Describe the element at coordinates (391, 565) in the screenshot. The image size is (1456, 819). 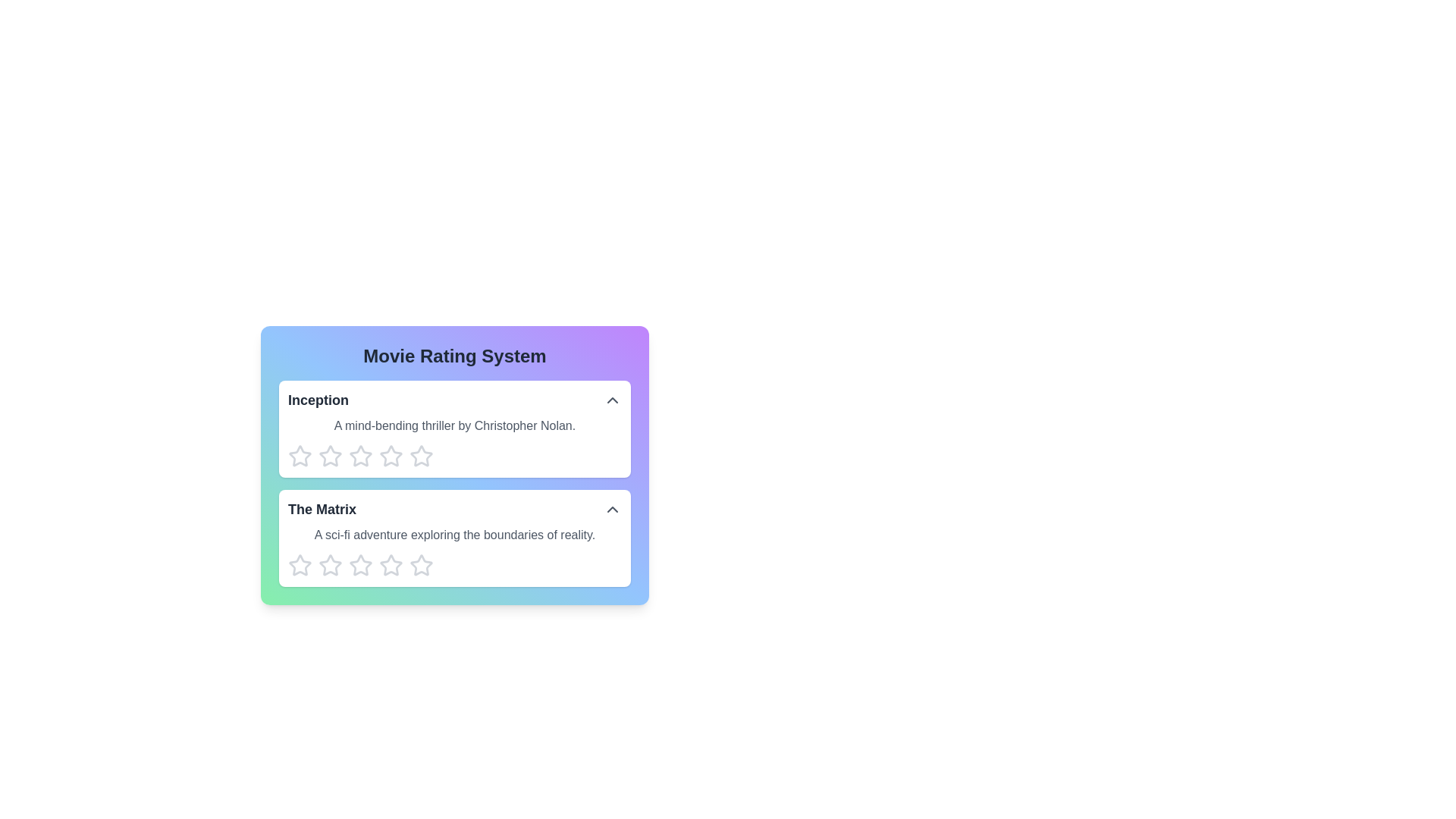
I see `the sixth hollow star icon with a gray outline in the rating section under 'The Matrix' to trigger its interactive enlarging effect` at that location.